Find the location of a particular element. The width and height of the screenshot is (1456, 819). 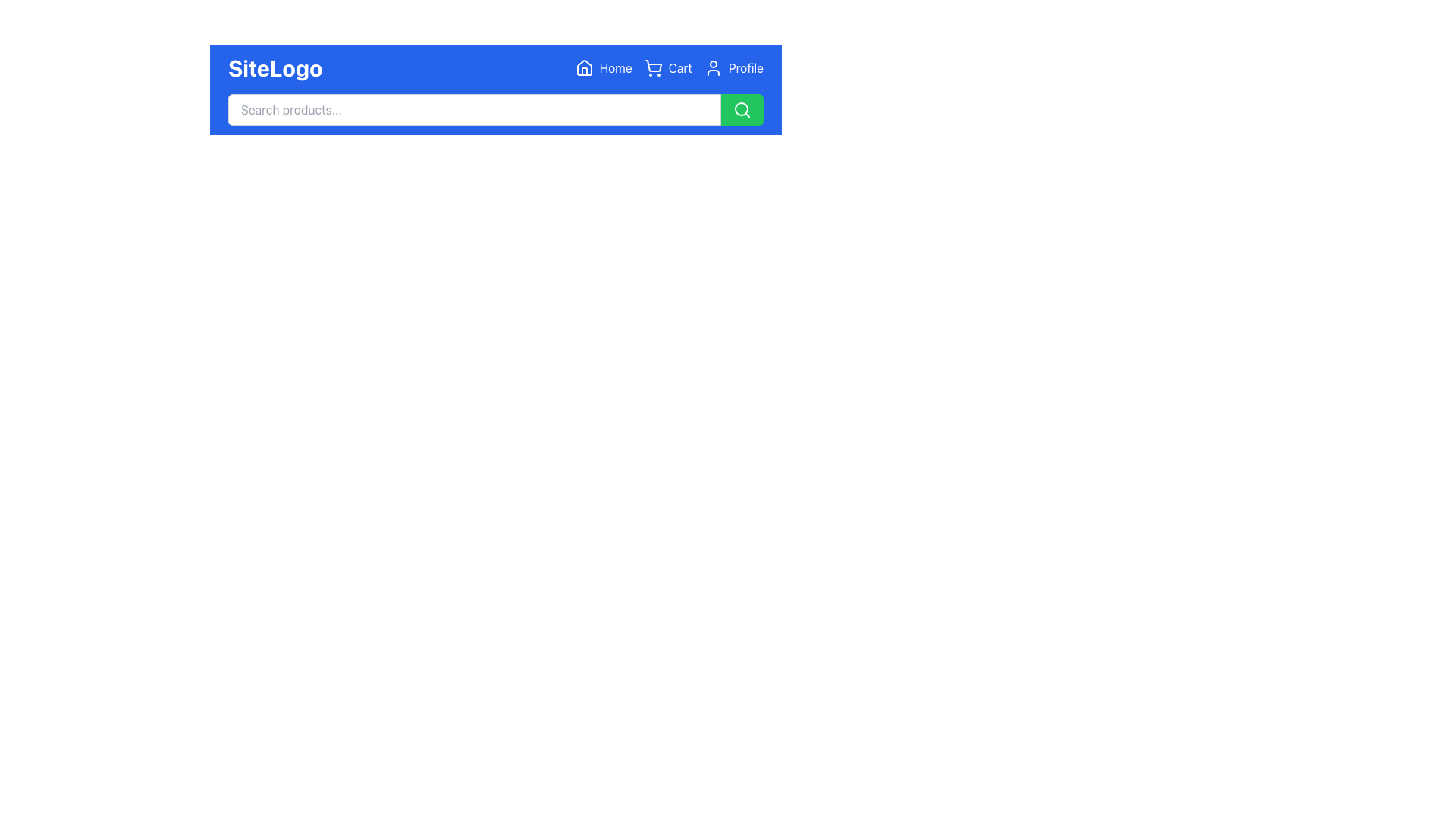

the green button with a magnifying glass icon located to the right of the search bar is located at coordinates (742, 109).